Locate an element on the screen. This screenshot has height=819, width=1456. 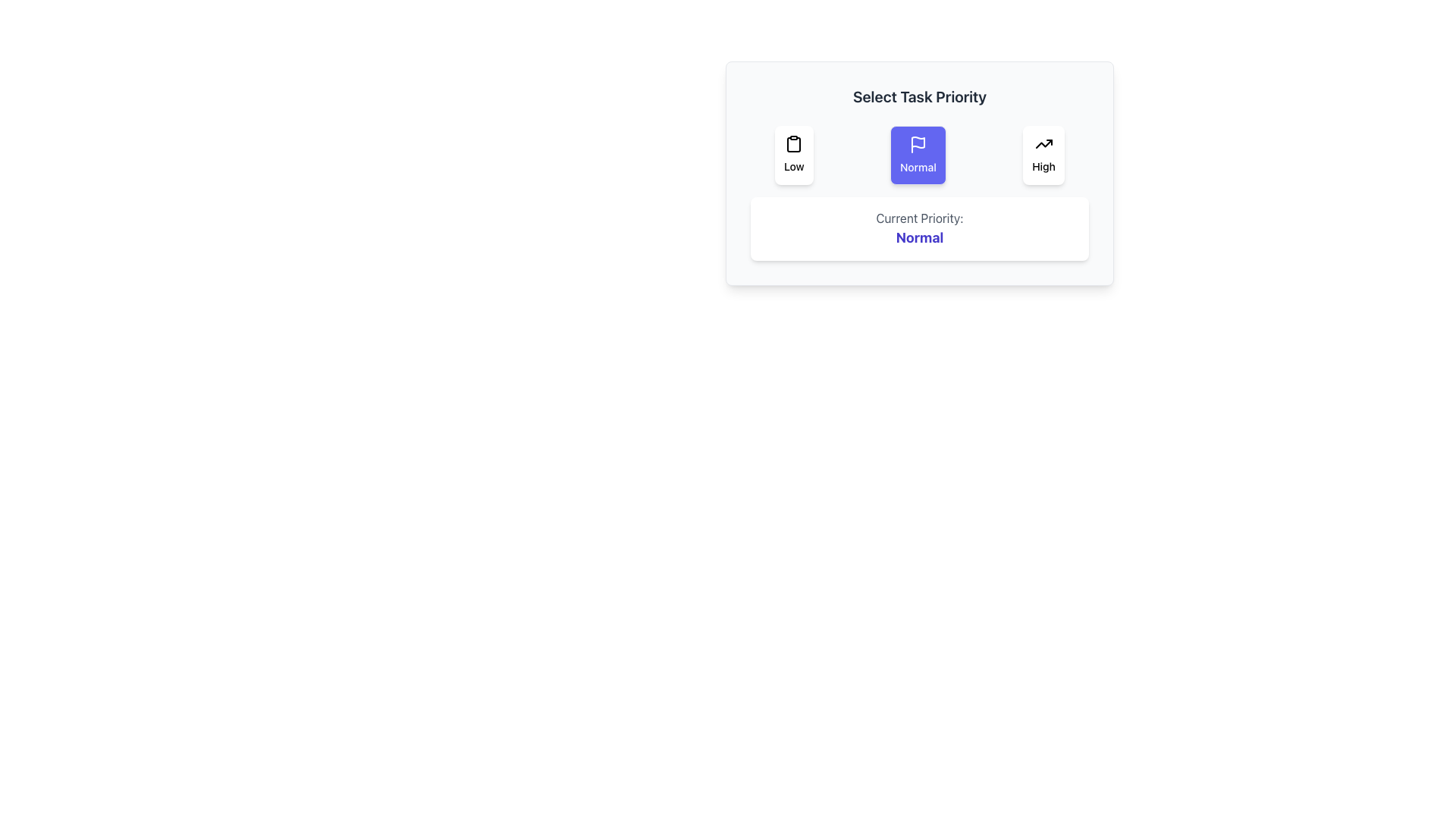
the descriptive text label indicating the purpose of the text 'Normal' in the white panel labeled 'Select Task Priority', which is located at the center of the interface is located at coordinates (919, 218).